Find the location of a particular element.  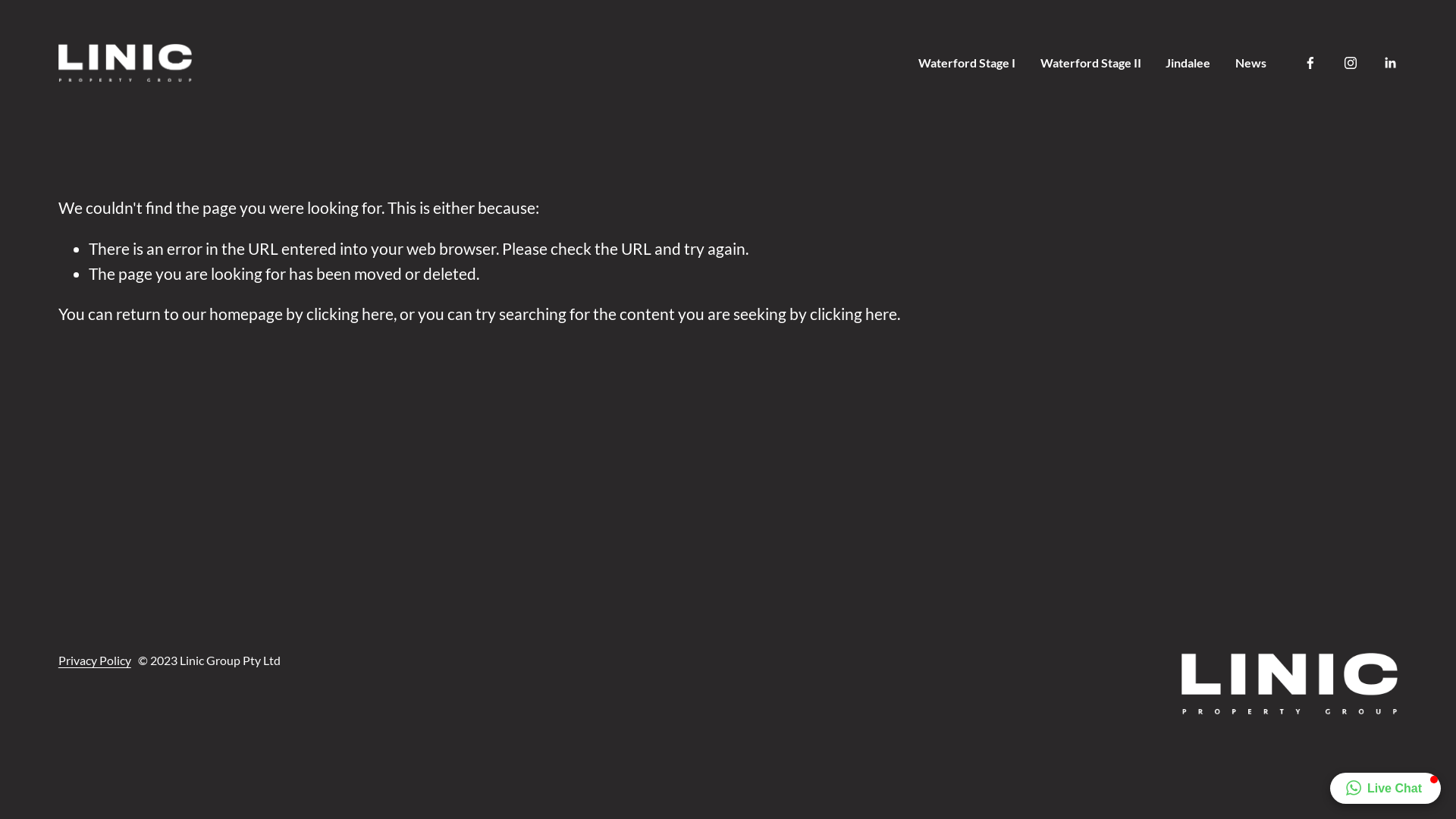

'Live Chat' is located at coordinates (1385, 787).